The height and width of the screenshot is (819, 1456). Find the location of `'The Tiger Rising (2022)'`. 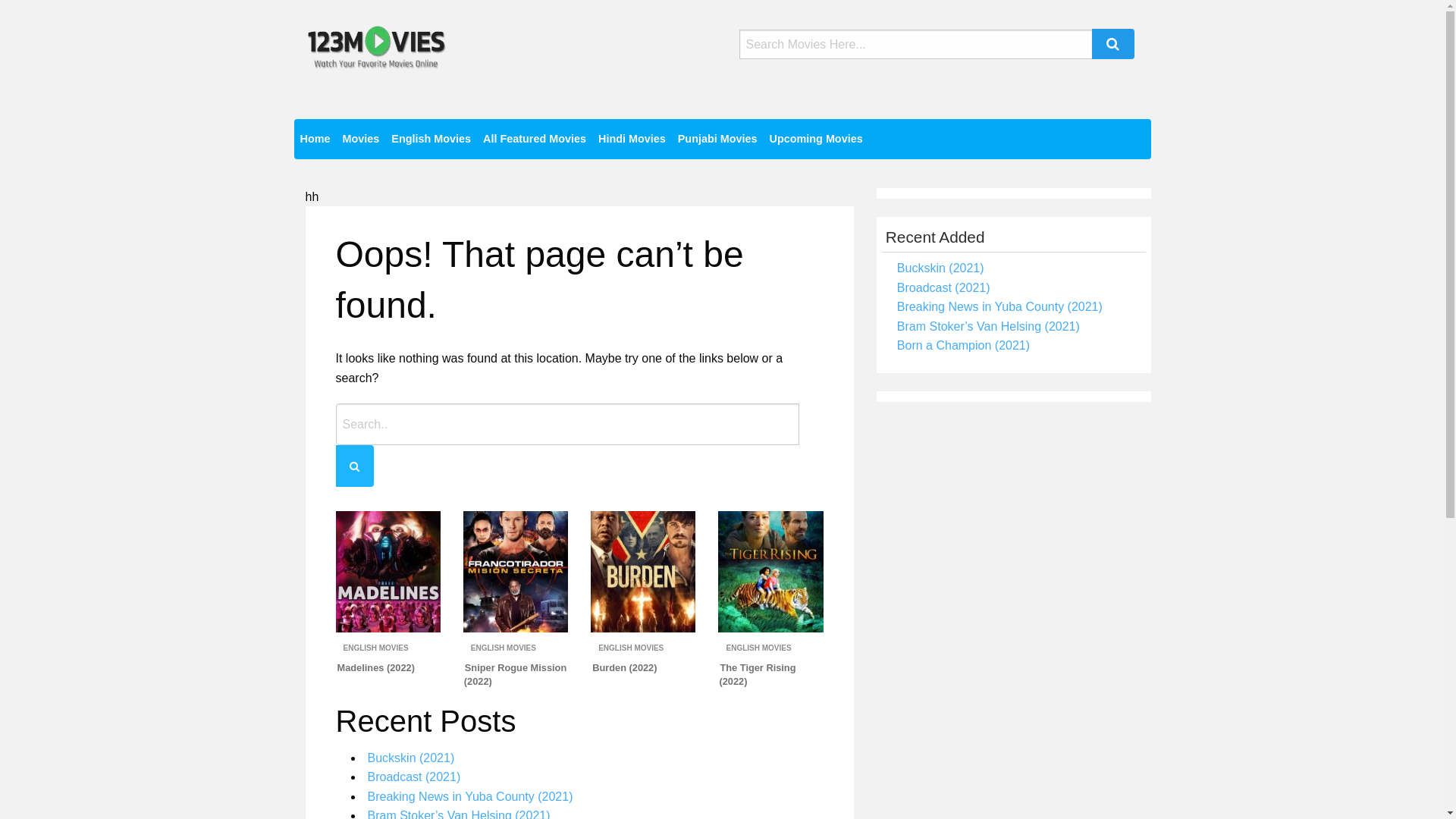

'The Tiger Rising (2022)' is located at coordinates (757, 673).